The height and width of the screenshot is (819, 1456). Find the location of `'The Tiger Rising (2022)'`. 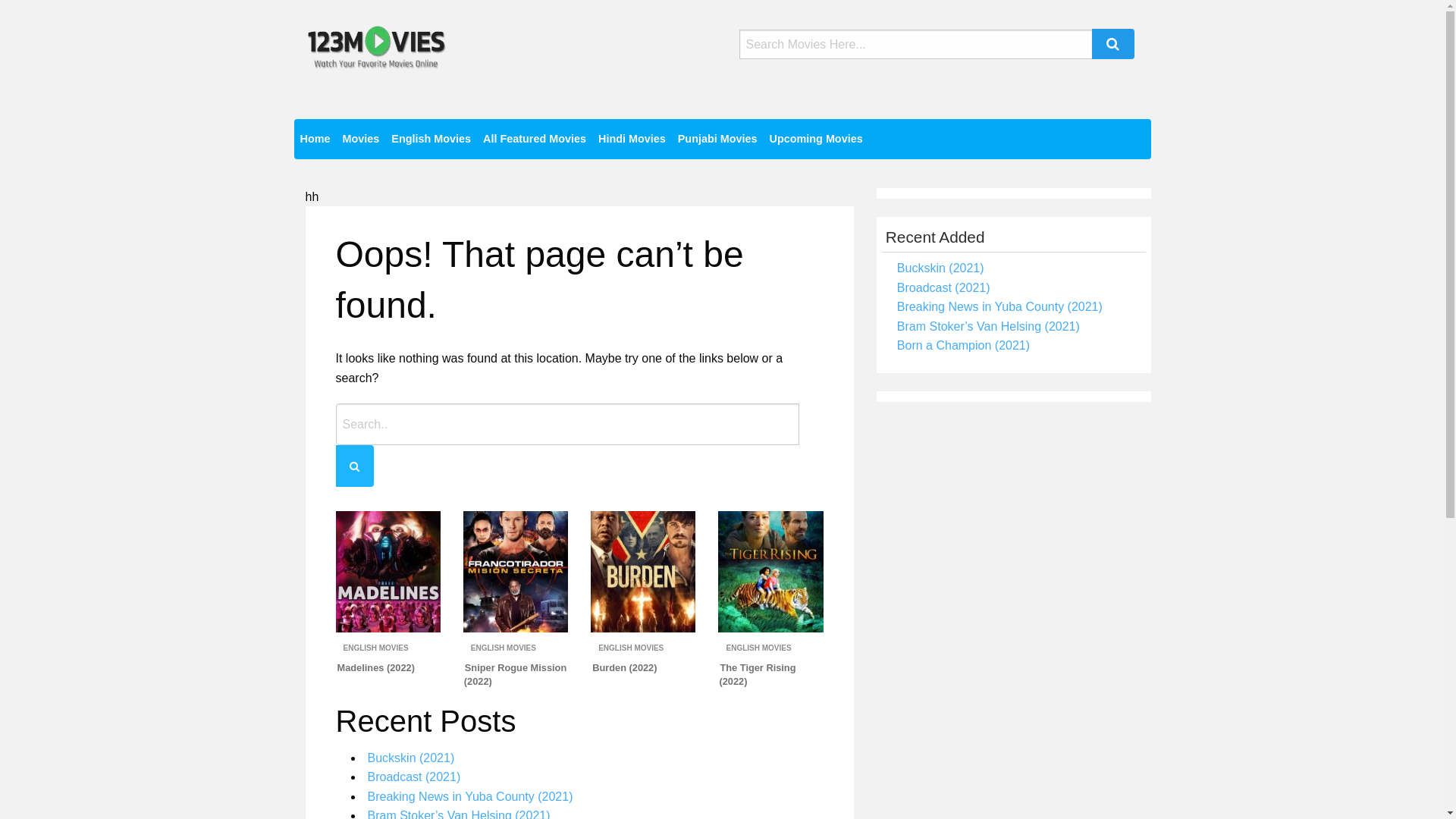

'The Tiger Rising (2022)' is located at coordinates (757, 673).